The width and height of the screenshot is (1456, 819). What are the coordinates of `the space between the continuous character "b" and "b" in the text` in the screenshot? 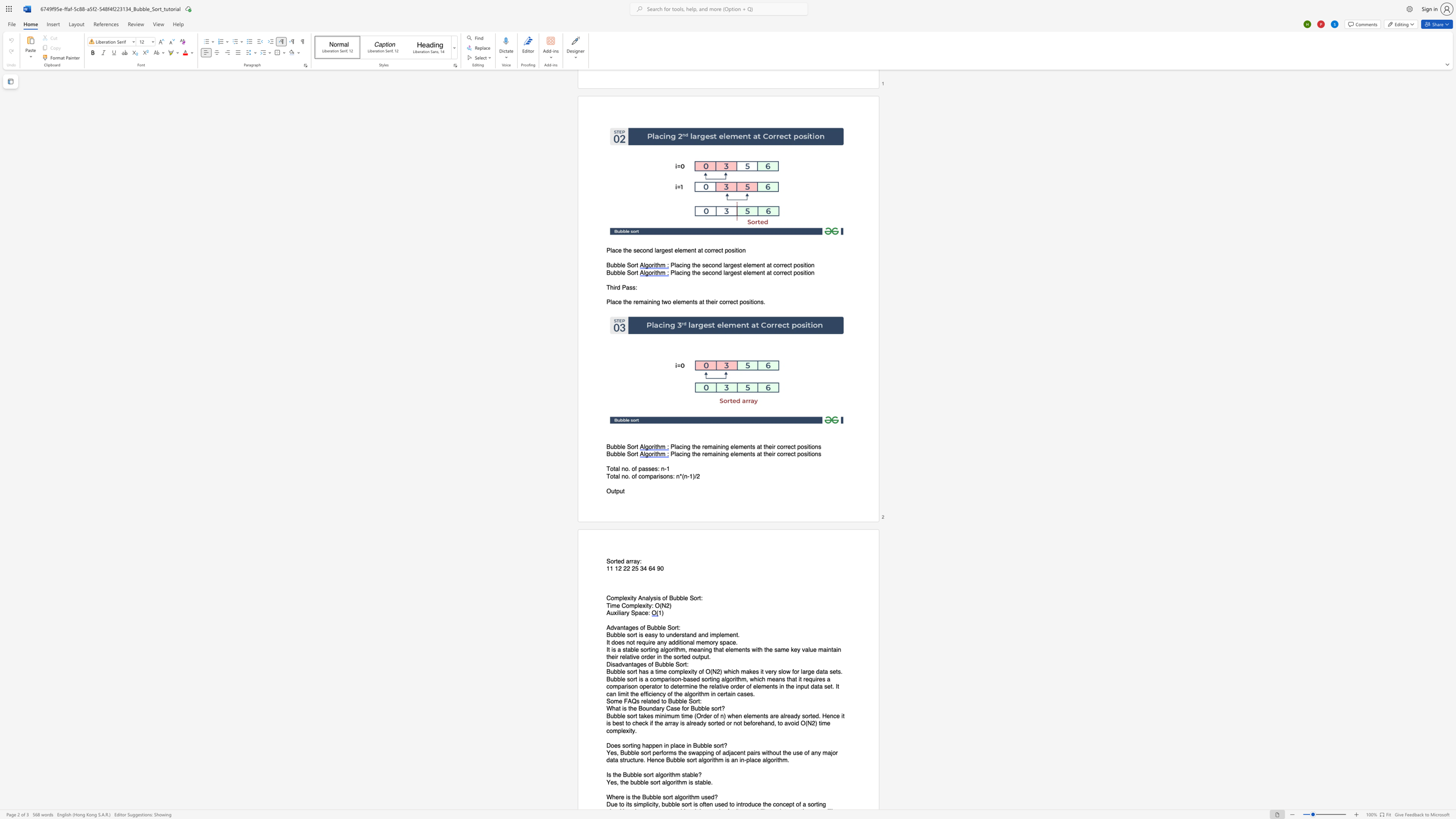 It's located at (617, 679).